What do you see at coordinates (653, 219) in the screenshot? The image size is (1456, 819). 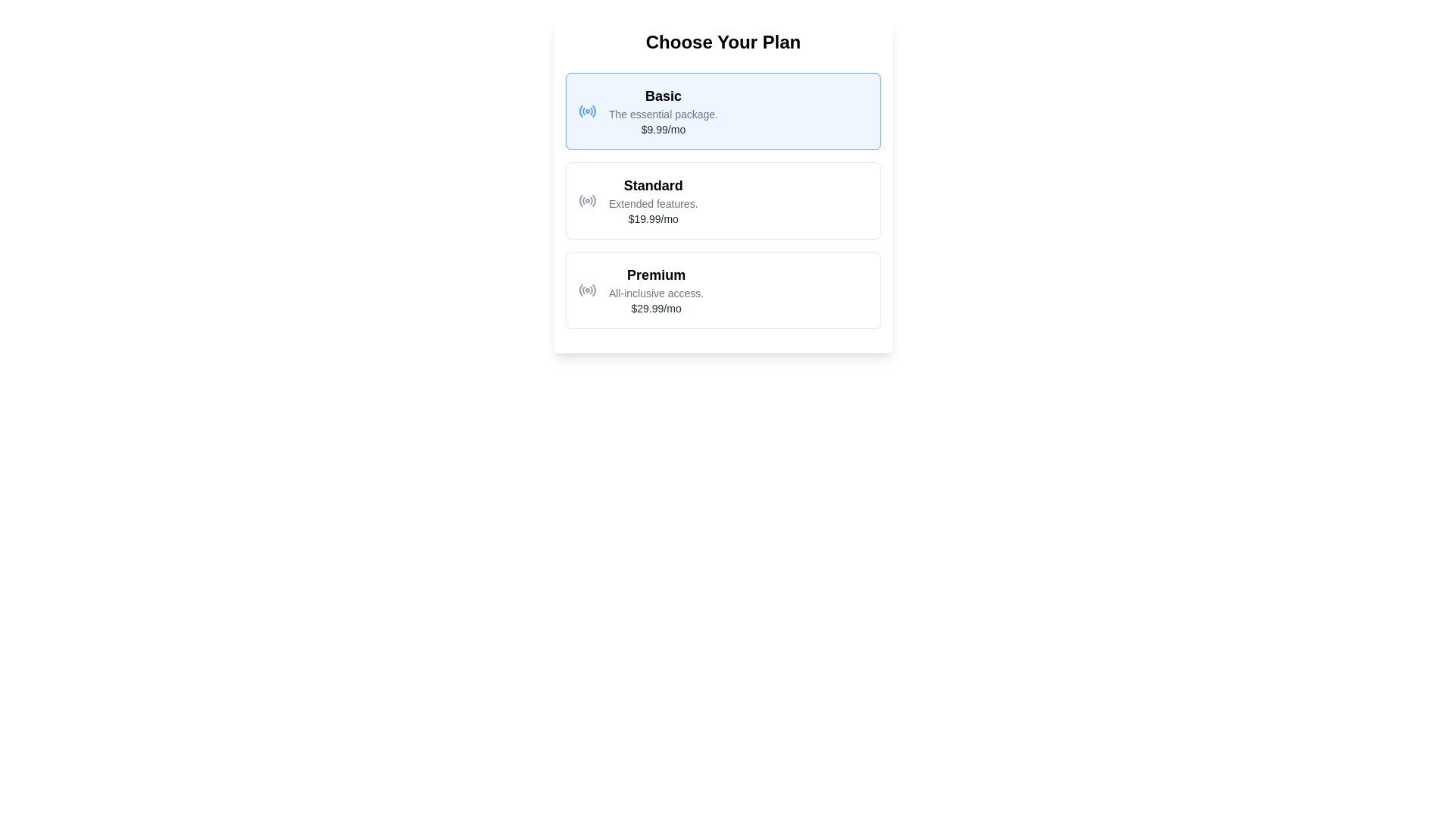 I see `the text element displaying the price '$19.99/mo', which is located below the description 'Extended features.' in the 'Standard' pricing option card` at bounding box center [653, 219].